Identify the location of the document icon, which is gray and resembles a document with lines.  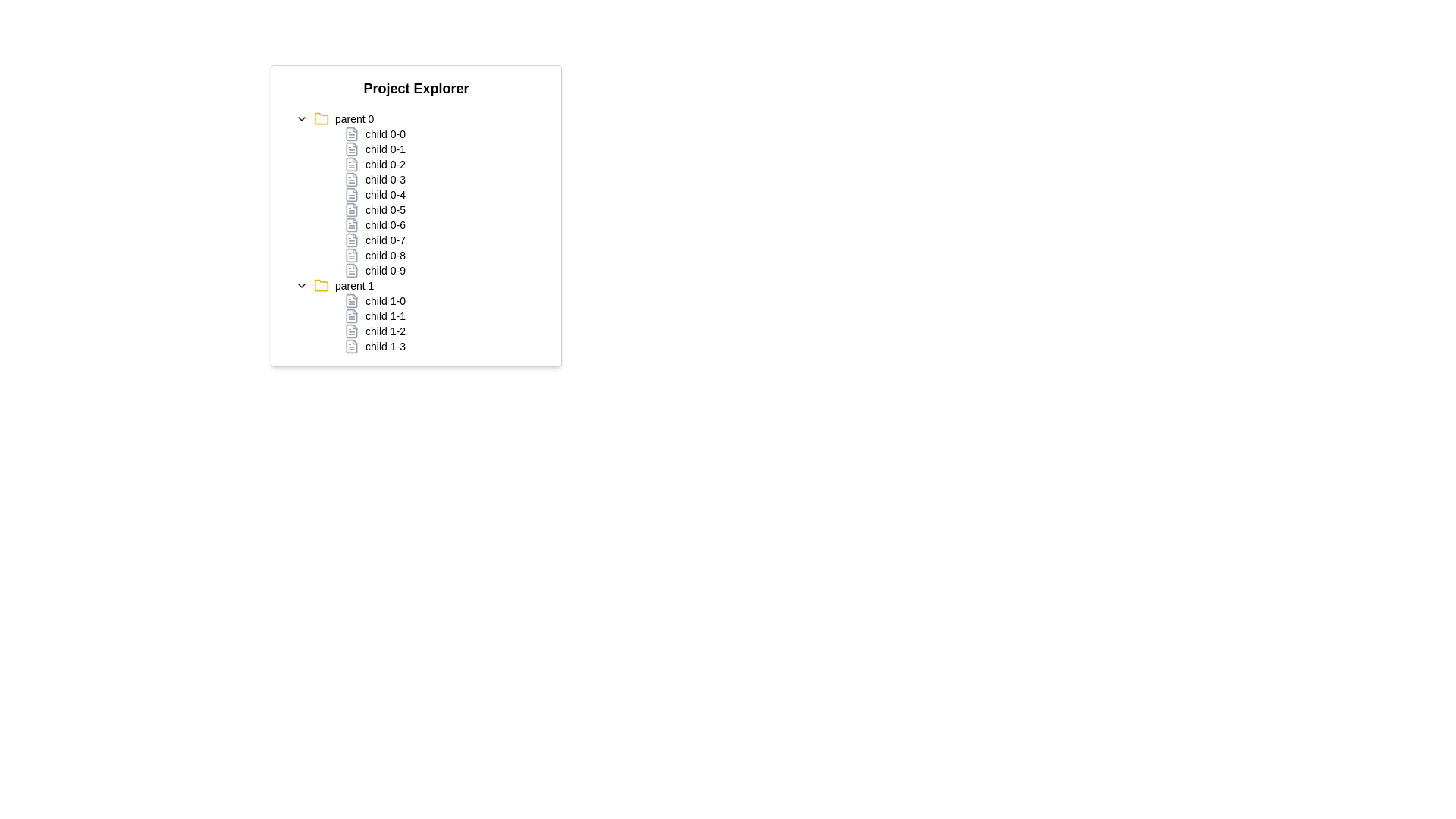
(351, 239).